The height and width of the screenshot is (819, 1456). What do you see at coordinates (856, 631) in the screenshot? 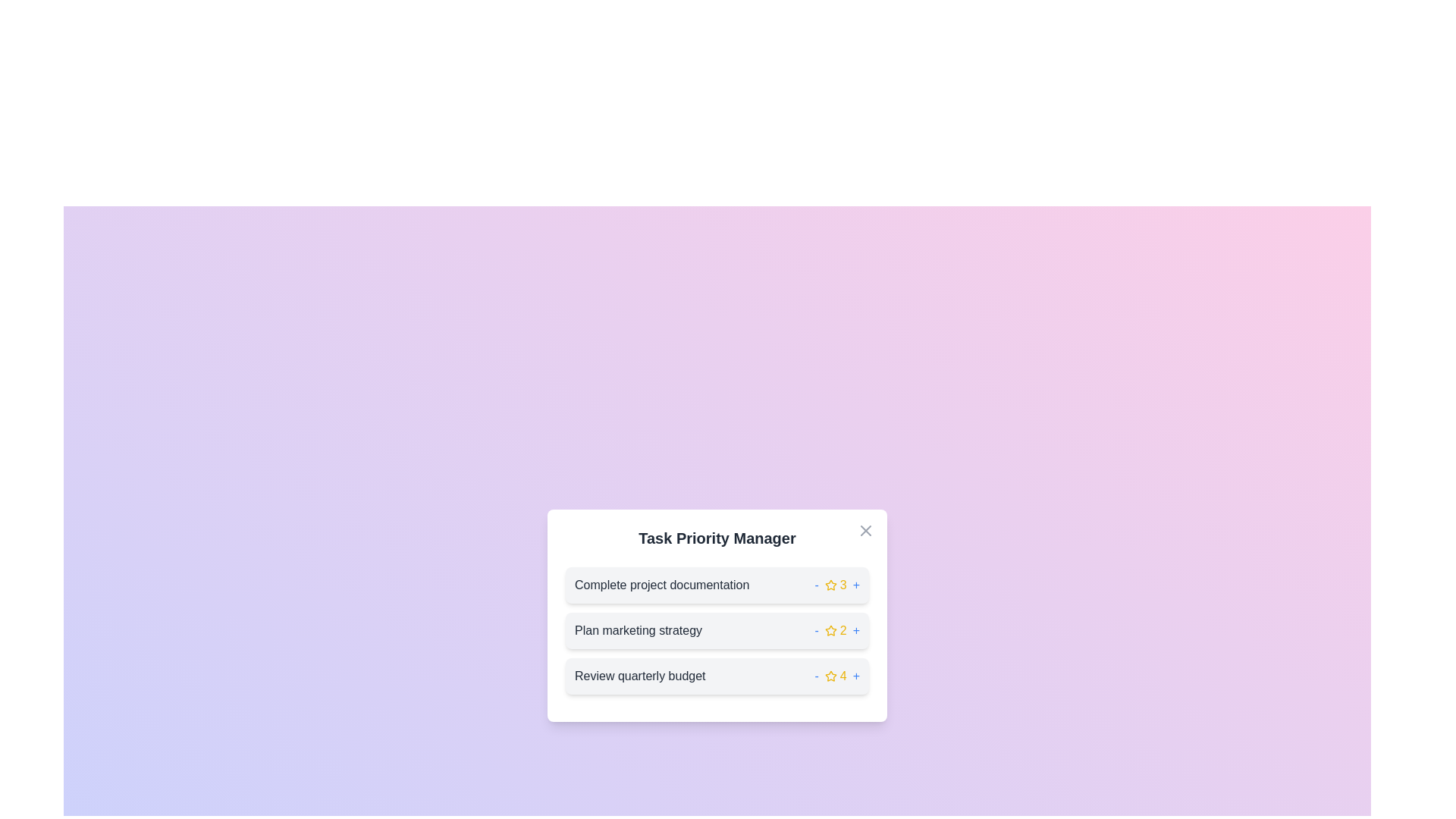
I see `'+' button next to the task with ID 2` at bounding box center [856, 631].